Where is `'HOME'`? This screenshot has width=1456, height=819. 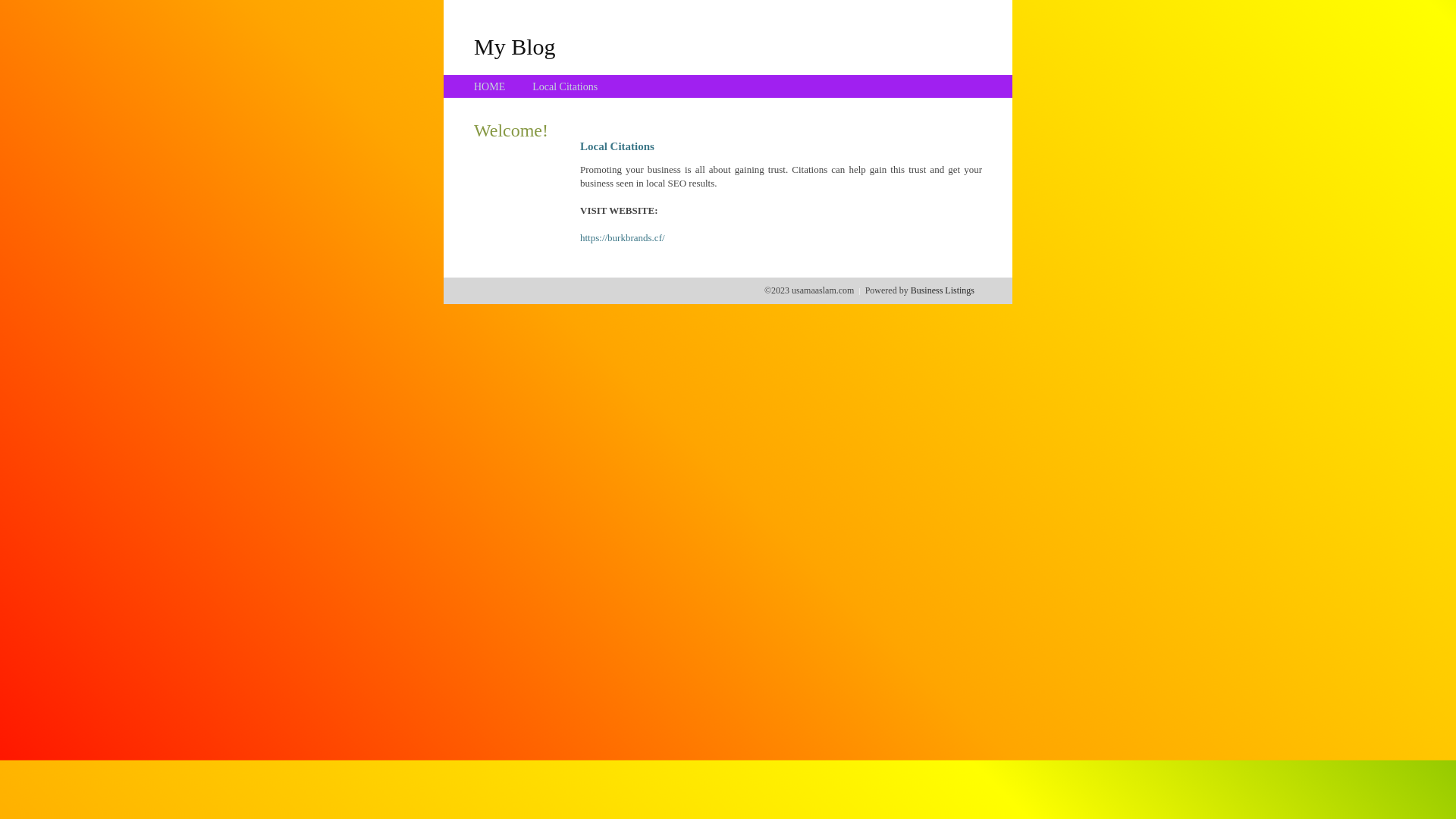
'HOME' is located at coordinates (489, 86).